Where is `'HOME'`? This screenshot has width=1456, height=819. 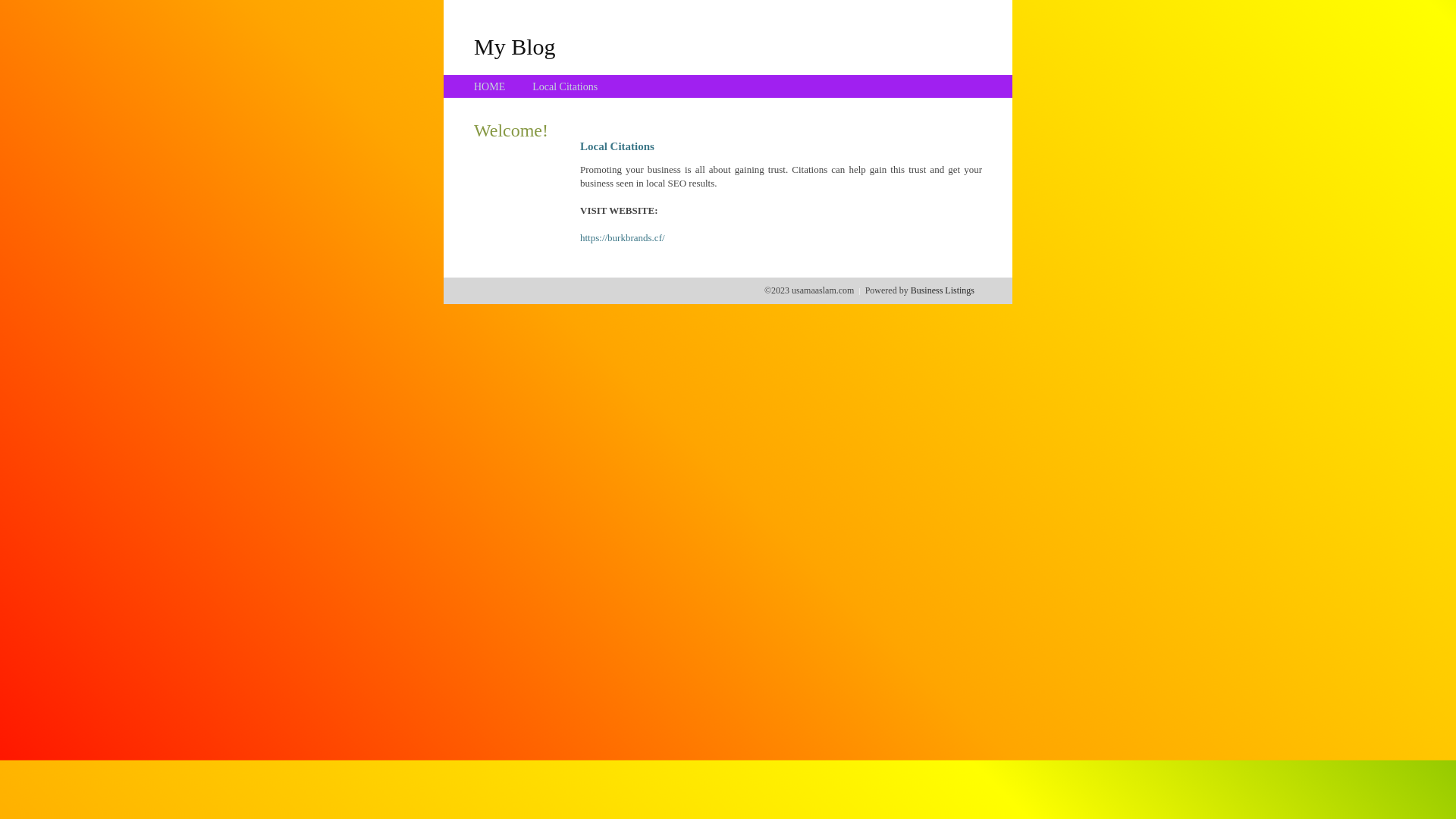
'HOME' is located at coordinates (489, 86).